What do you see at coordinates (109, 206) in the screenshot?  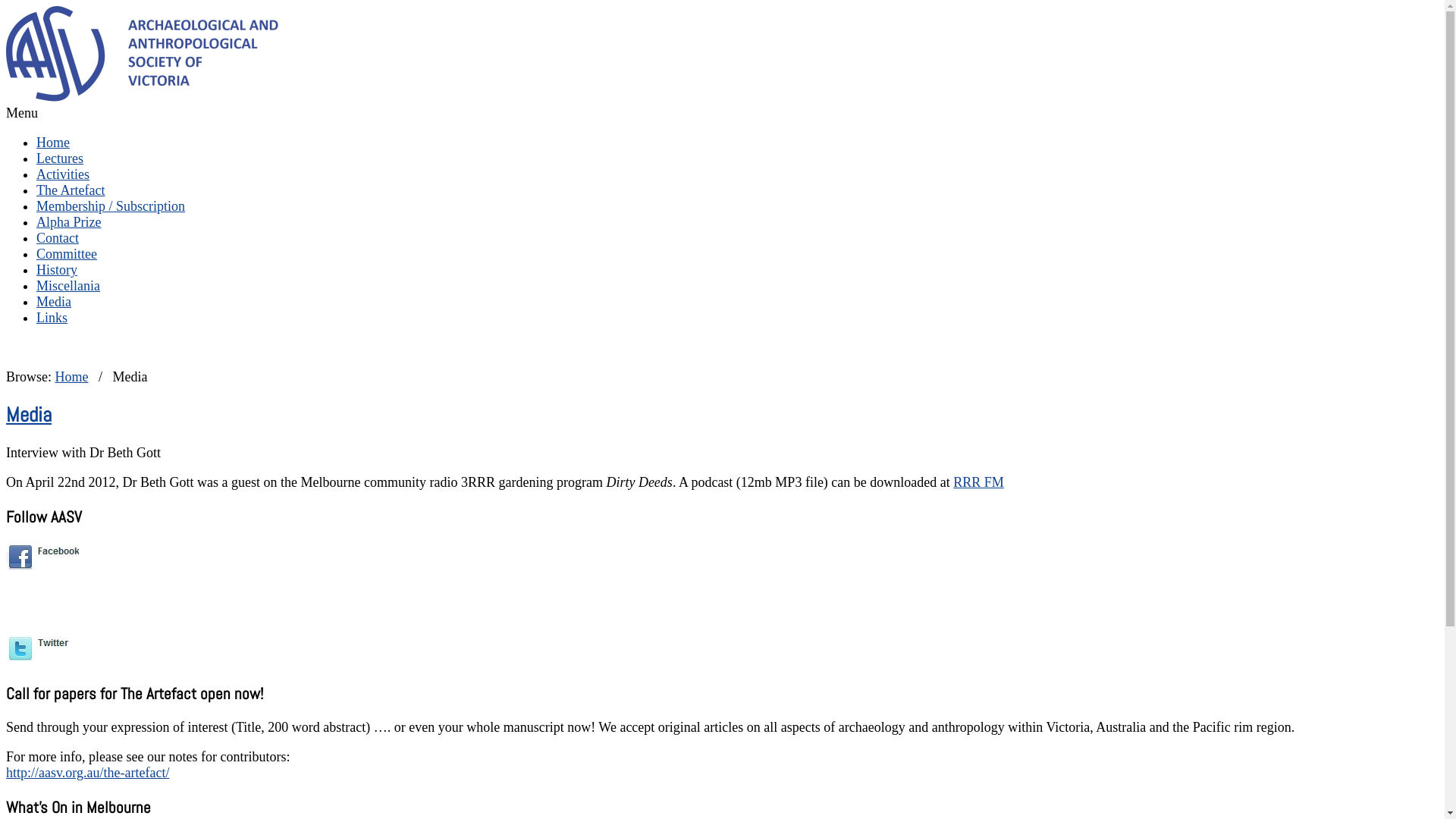 I see `'Membership / Subscription'` at bounding box center [109, 206].